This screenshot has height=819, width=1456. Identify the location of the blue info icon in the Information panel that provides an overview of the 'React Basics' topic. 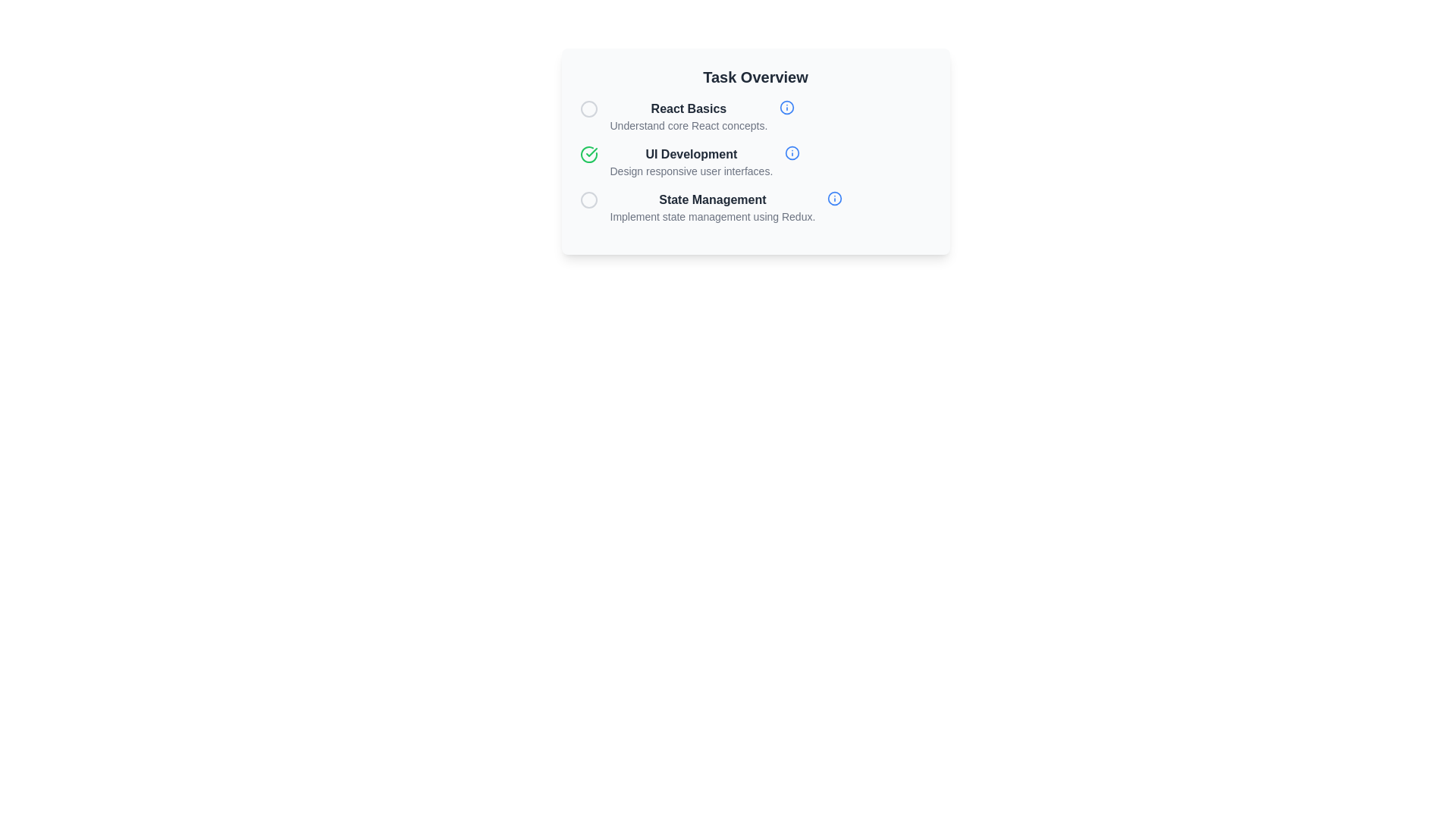
(755, 116).